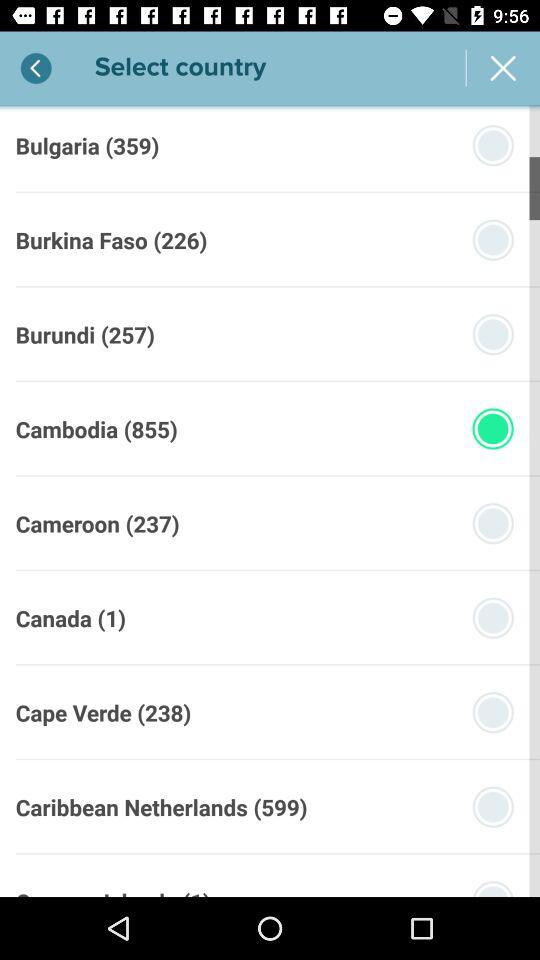 This screenshot has width=540, height=960. I want to click on the bulgaria (359) item, so click(86, 144).